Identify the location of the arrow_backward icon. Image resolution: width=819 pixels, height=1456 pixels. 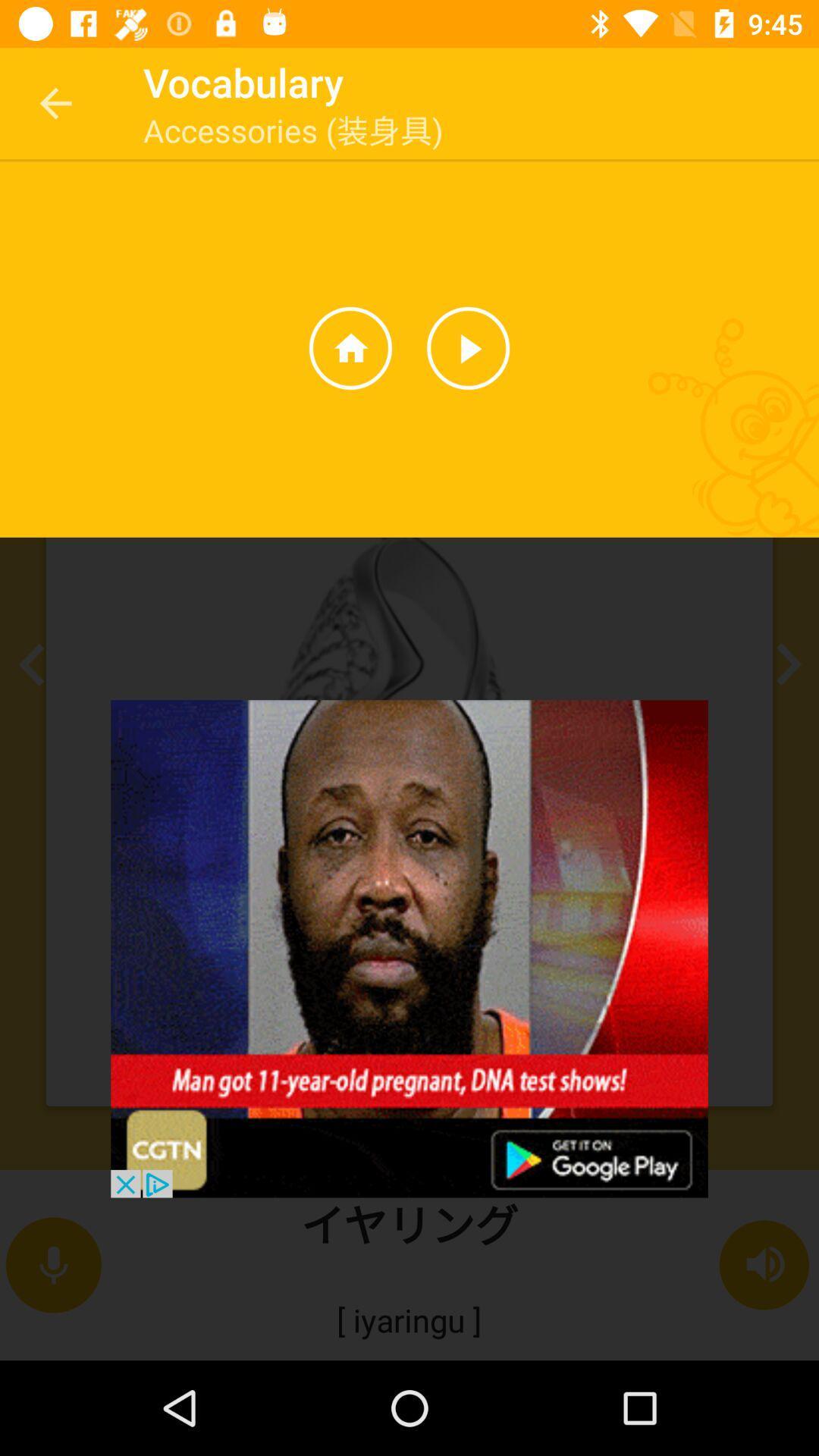
(36, 664).